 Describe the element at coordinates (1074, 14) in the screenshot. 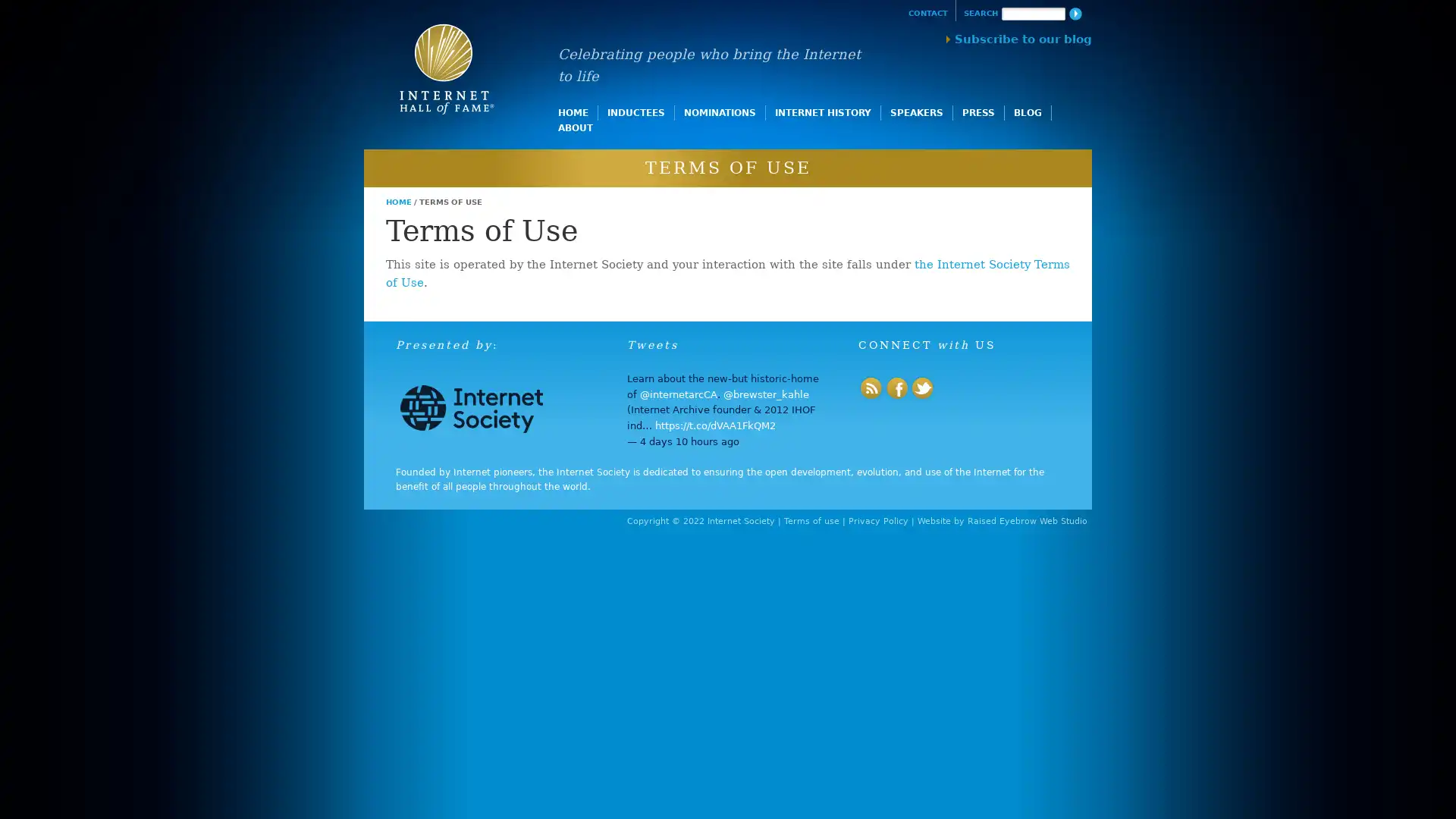

I see `Search` at that location.